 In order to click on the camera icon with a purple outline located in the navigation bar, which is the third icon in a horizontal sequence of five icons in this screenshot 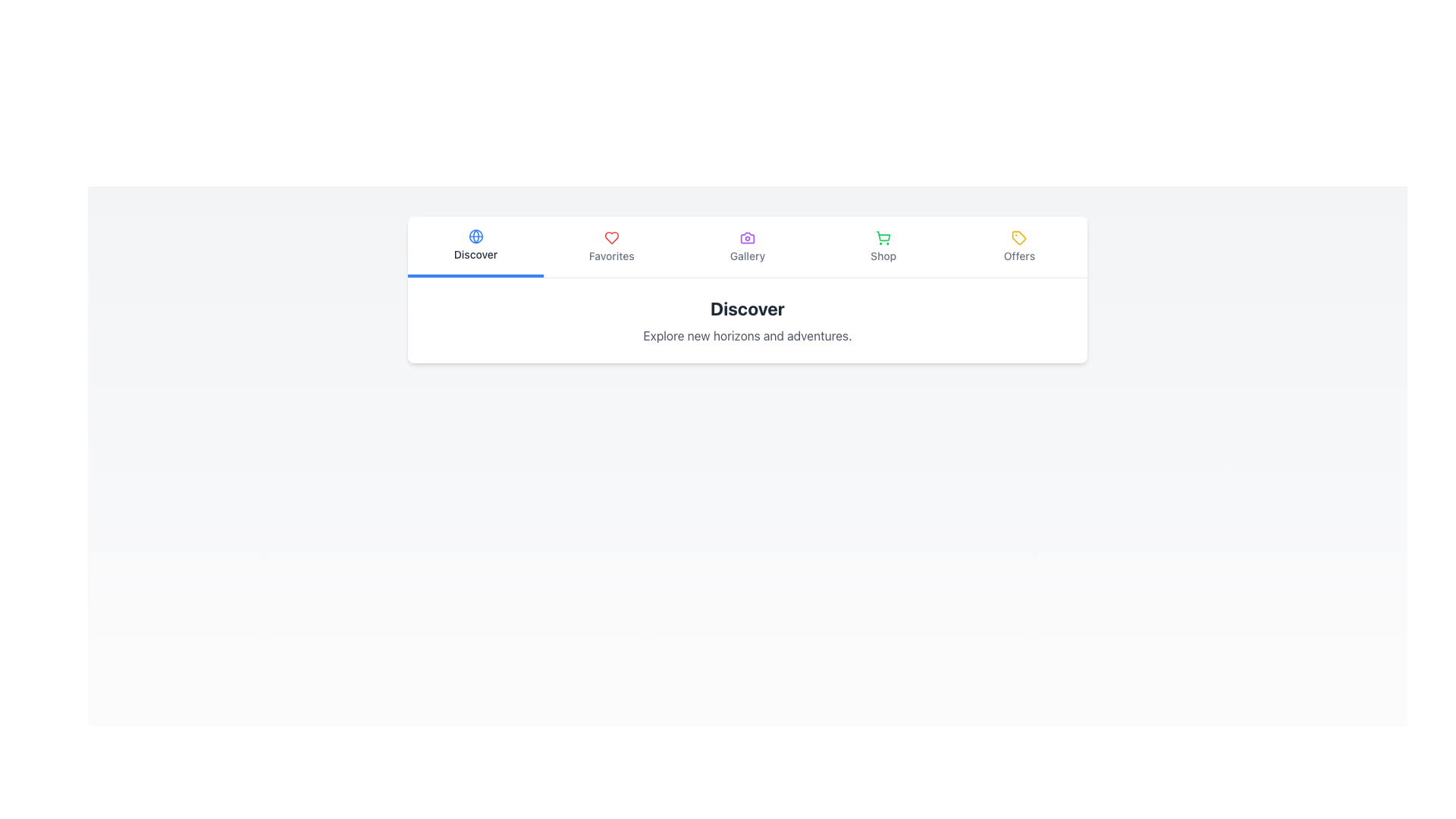, I will do `click(747, 237)`.